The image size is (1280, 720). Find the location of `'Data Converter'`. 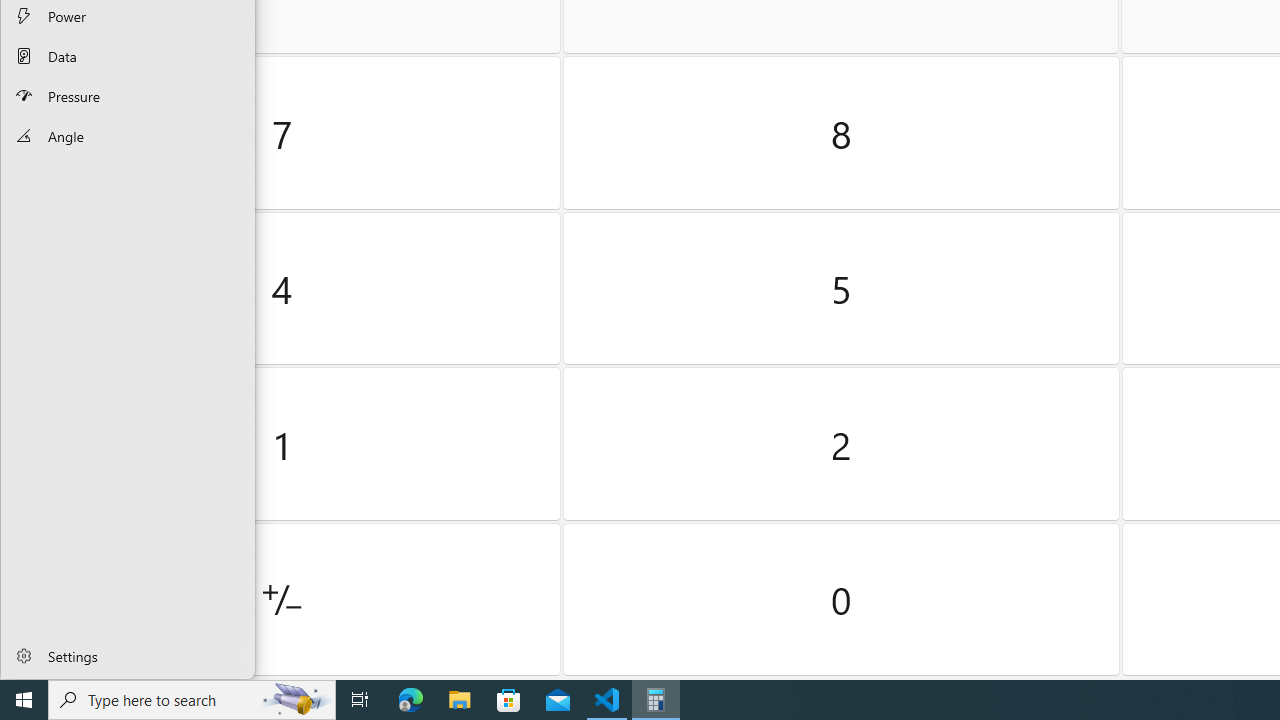

'Data Converter' is located at coordinates (127, 55).